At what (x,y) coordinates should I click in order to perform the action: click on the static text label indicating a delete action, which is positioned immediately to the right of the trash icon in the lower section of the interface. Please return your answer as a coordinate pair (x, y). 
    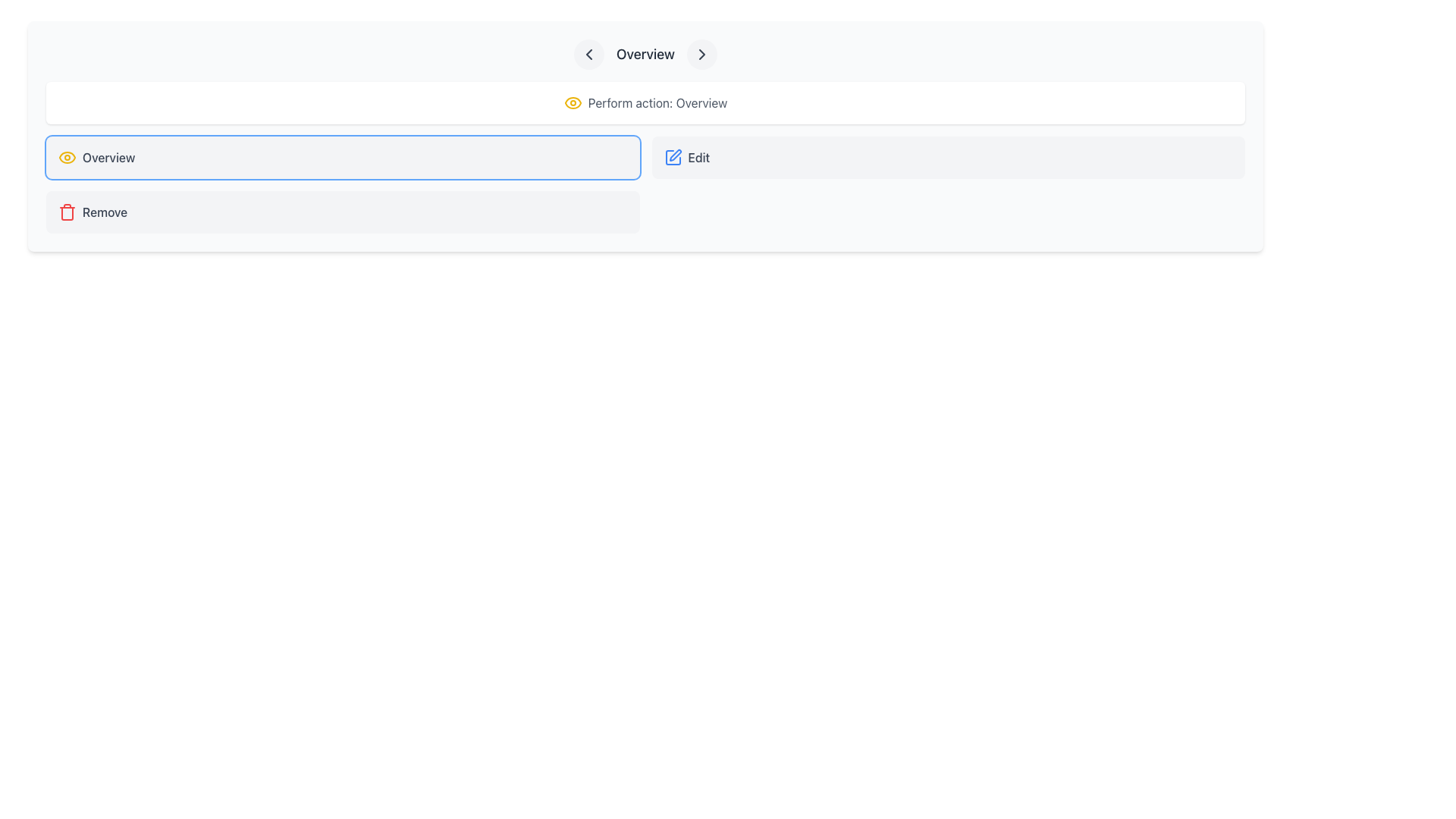
    Looking at the image, I should click on (104, 212).